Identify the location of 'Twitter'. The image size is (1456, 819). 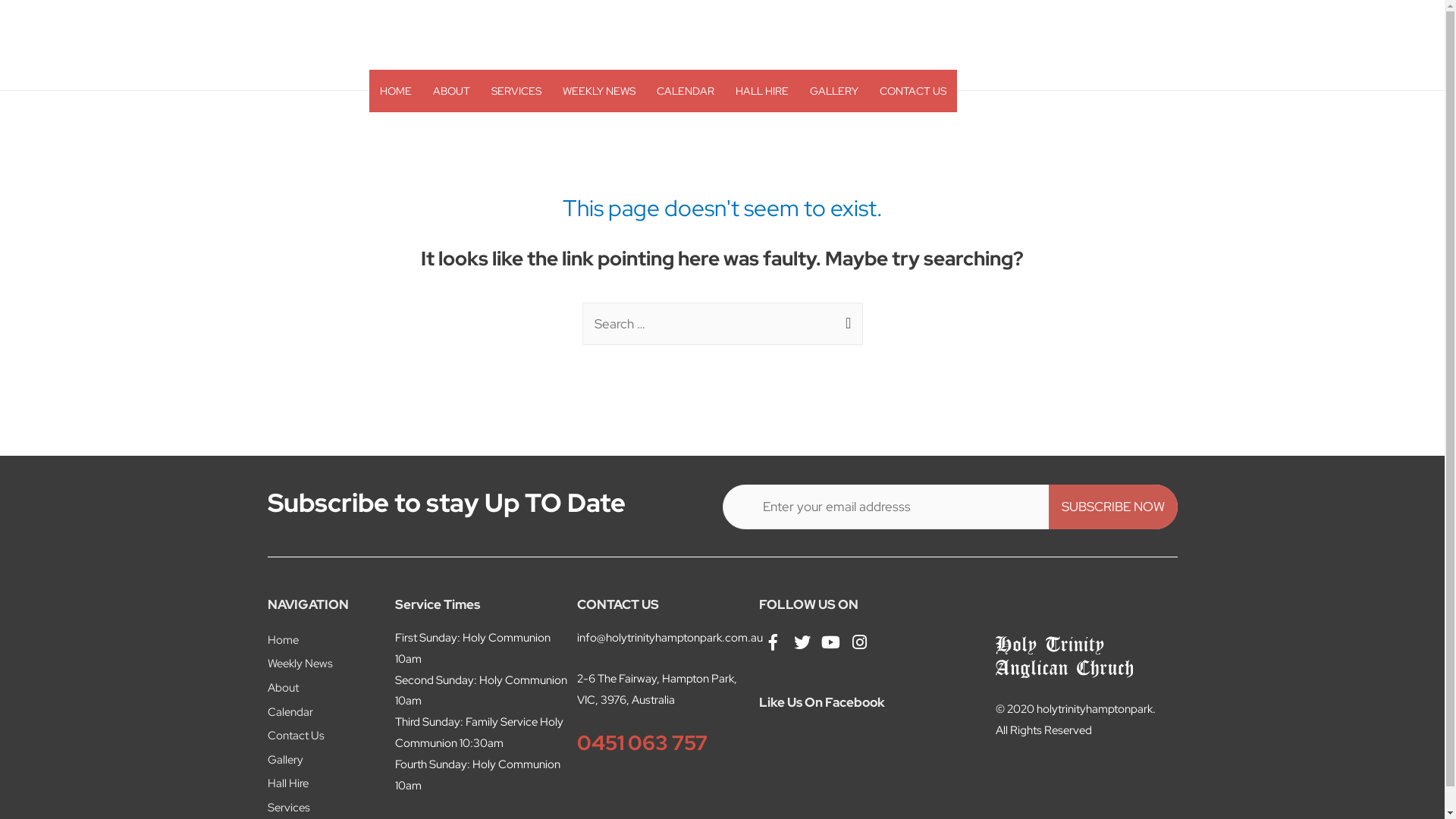
(800, 642).